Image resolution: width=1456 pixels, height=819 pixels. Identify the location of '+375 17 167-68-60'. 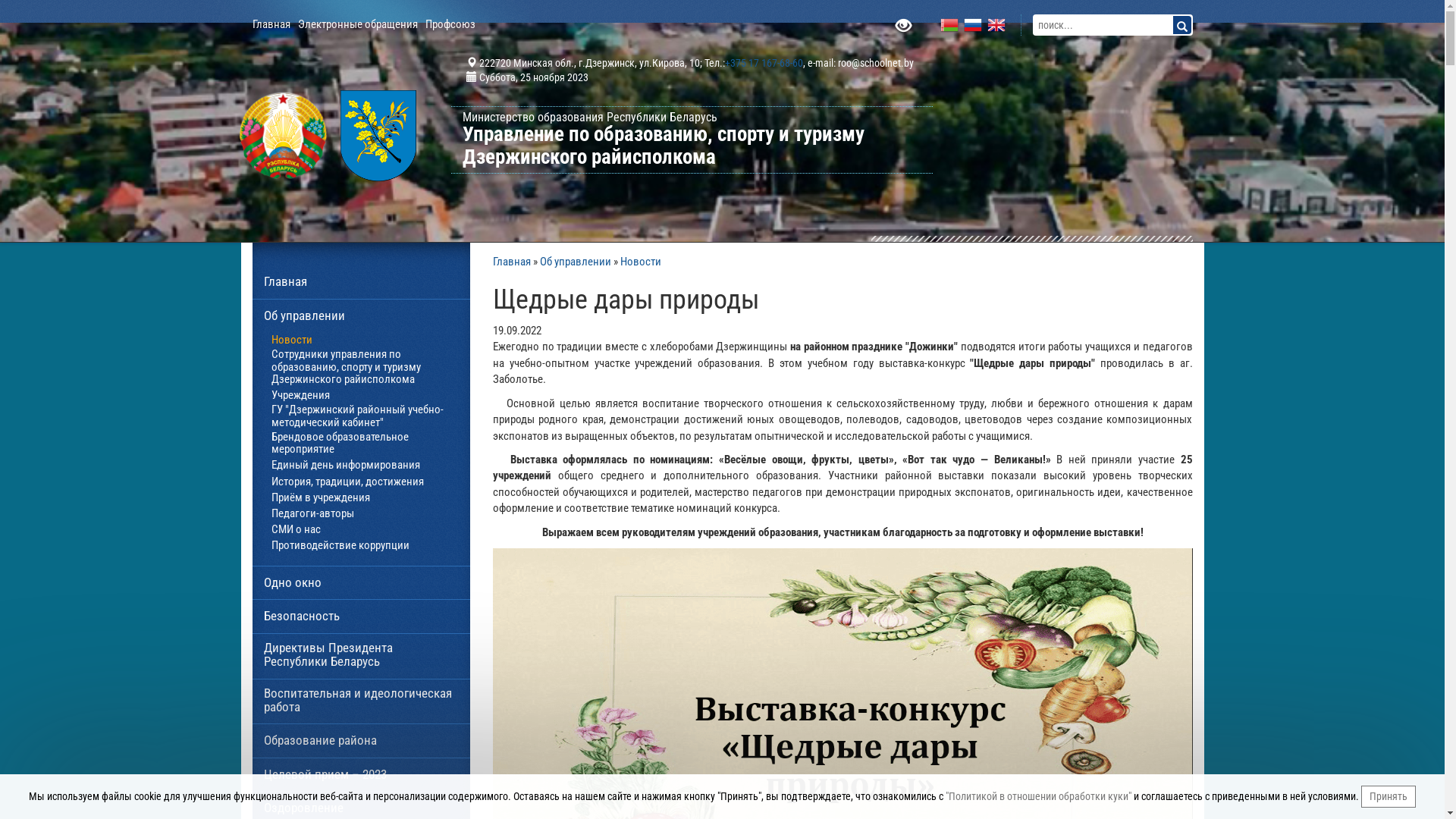
(764, 62).